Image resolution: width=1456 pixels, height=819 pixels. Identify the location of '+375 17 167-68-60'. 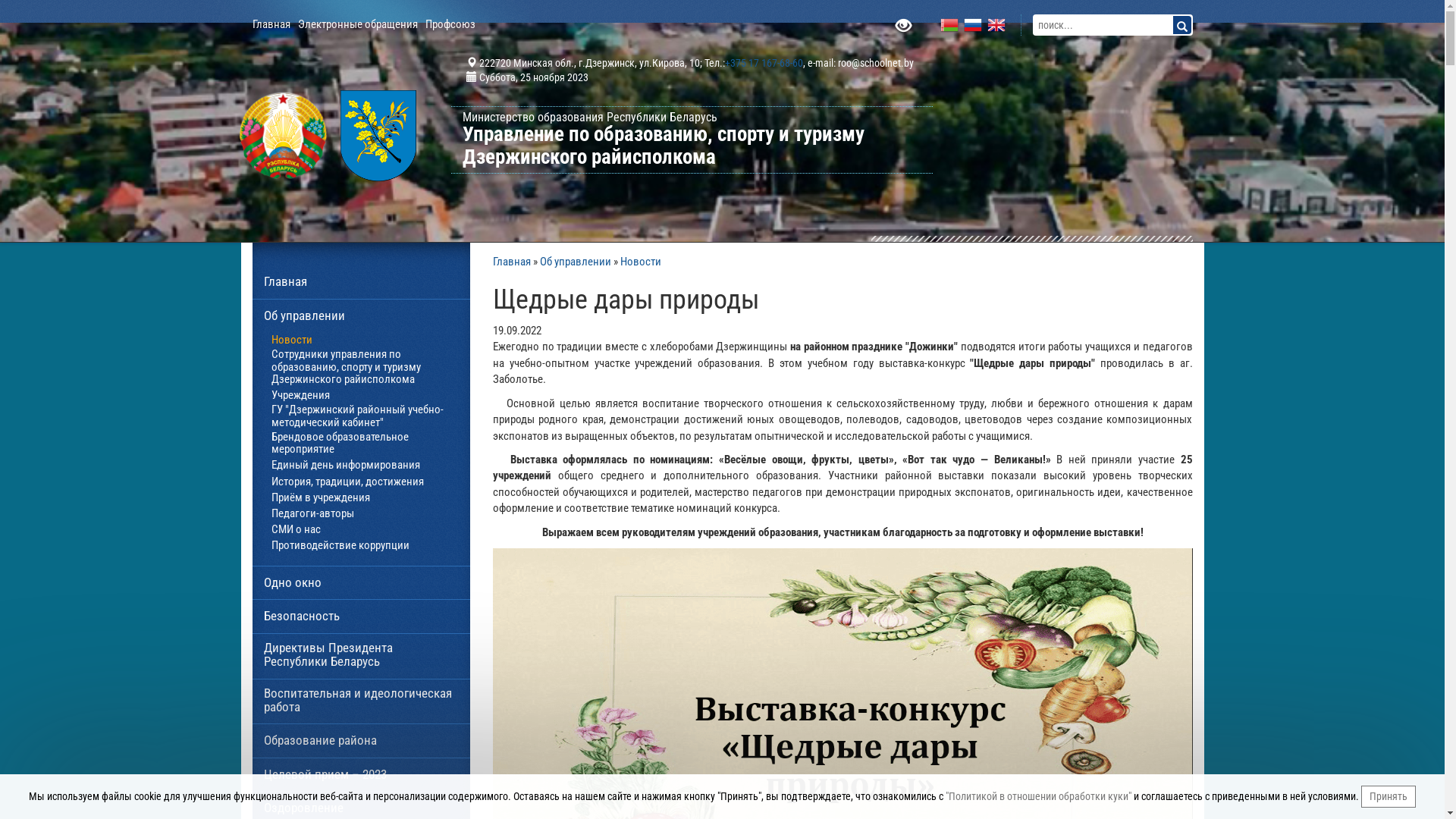
(764, 62).